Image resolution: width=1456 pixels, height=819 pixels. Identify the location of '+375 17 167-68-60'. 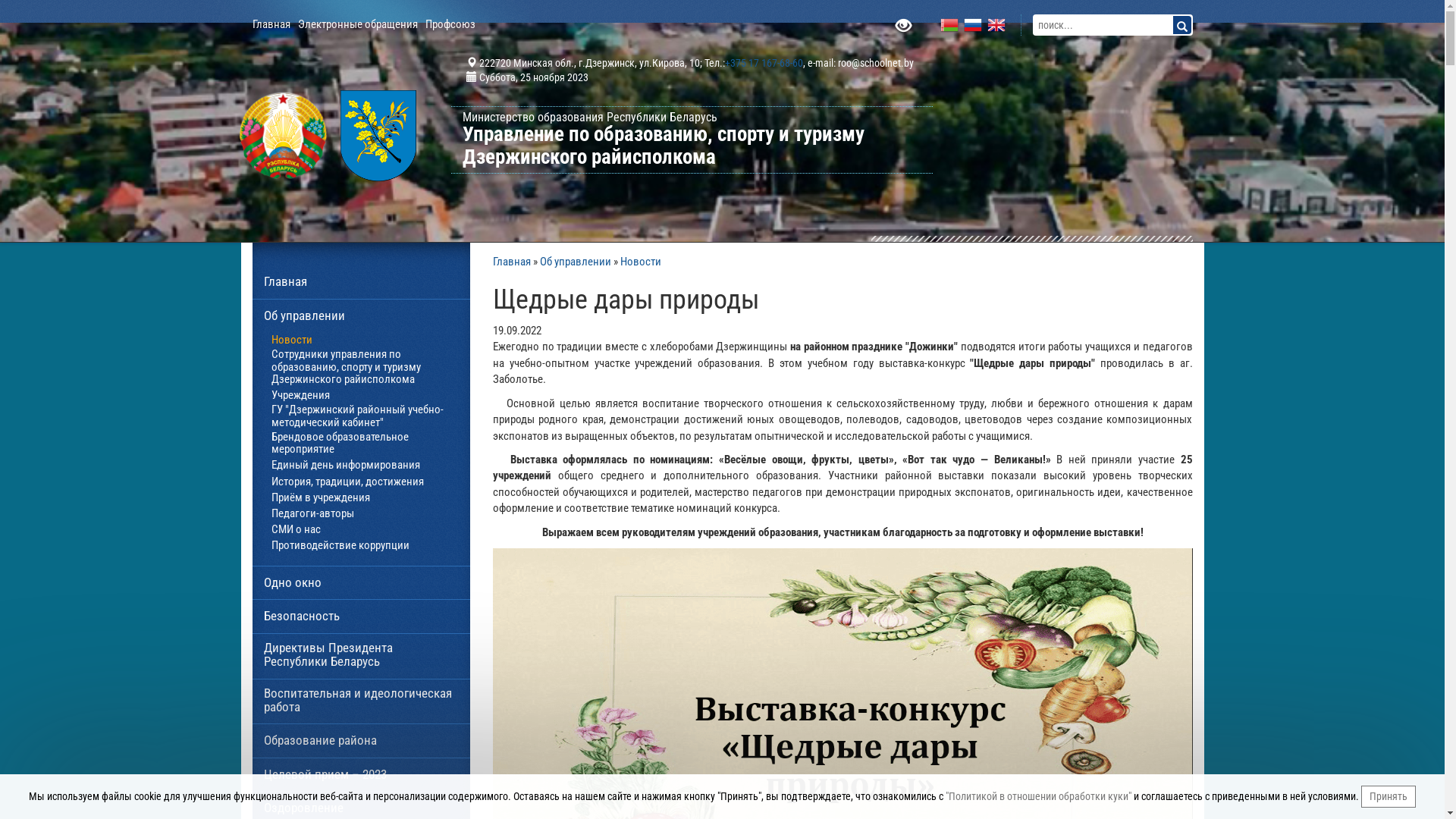
(764, 62).